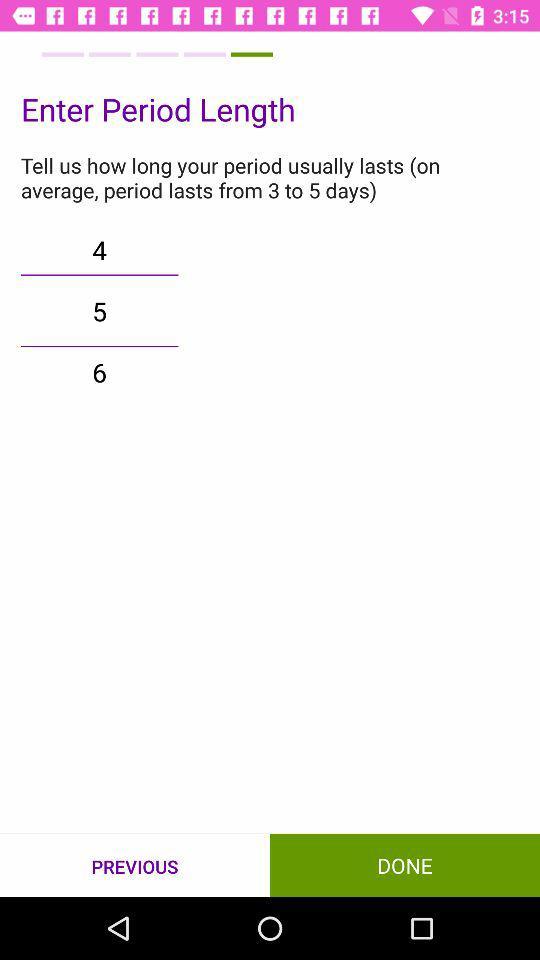 Image resolution: width=540 pixels, height=960 pixels. What do you see at coordinates (405, 864) in the screenshot?
I see `item to the right of the previous icon` at bounding box center [405, 864].